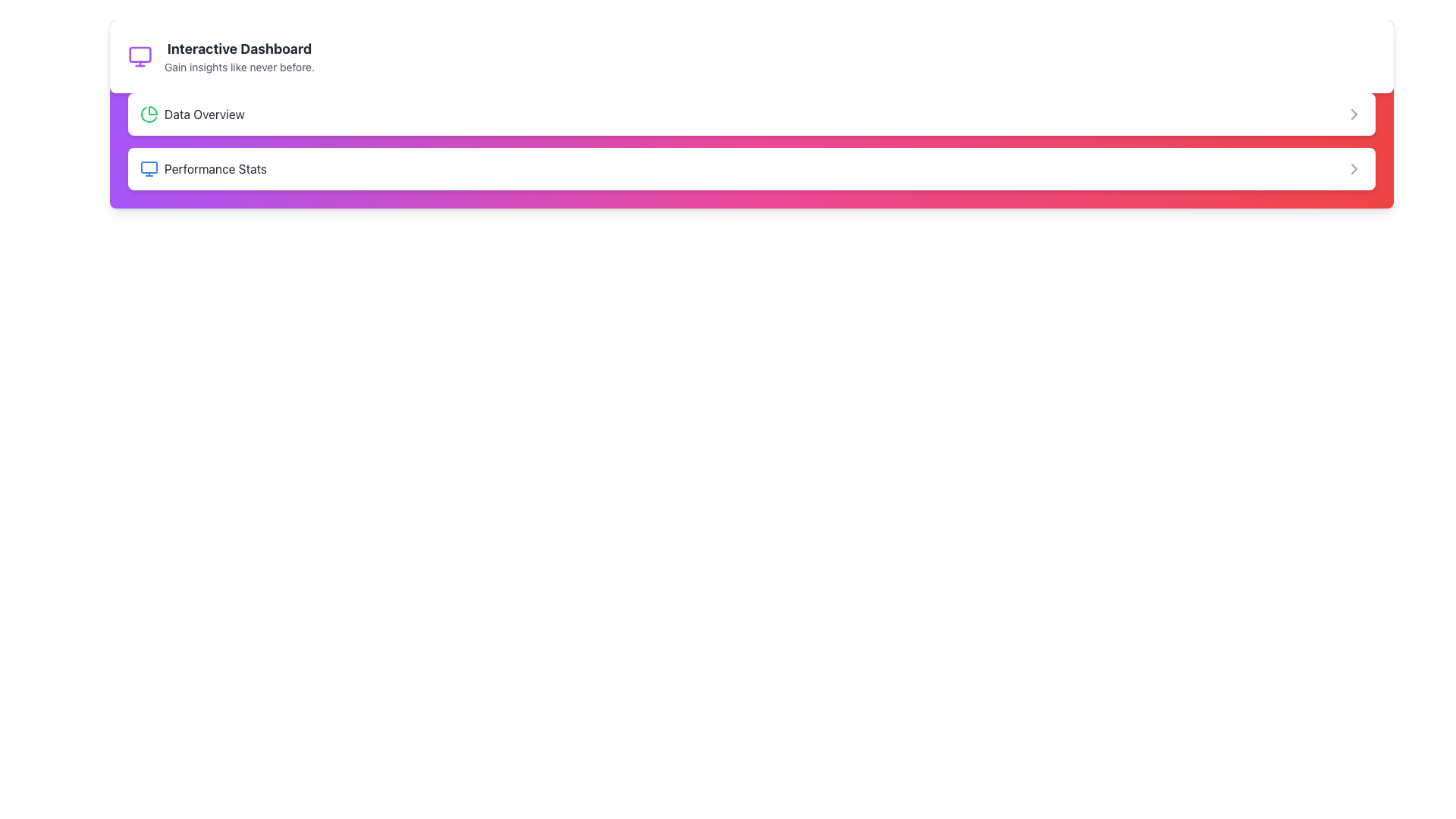 Image resolution: width=1456 pixels, height=819 pixels. Describe the element at coordinates (203, 113) in the screenshot. I see `the Text Label that identifies the 'Data Overview' section, located to the immediate right of a green pie chart icon` at that location.